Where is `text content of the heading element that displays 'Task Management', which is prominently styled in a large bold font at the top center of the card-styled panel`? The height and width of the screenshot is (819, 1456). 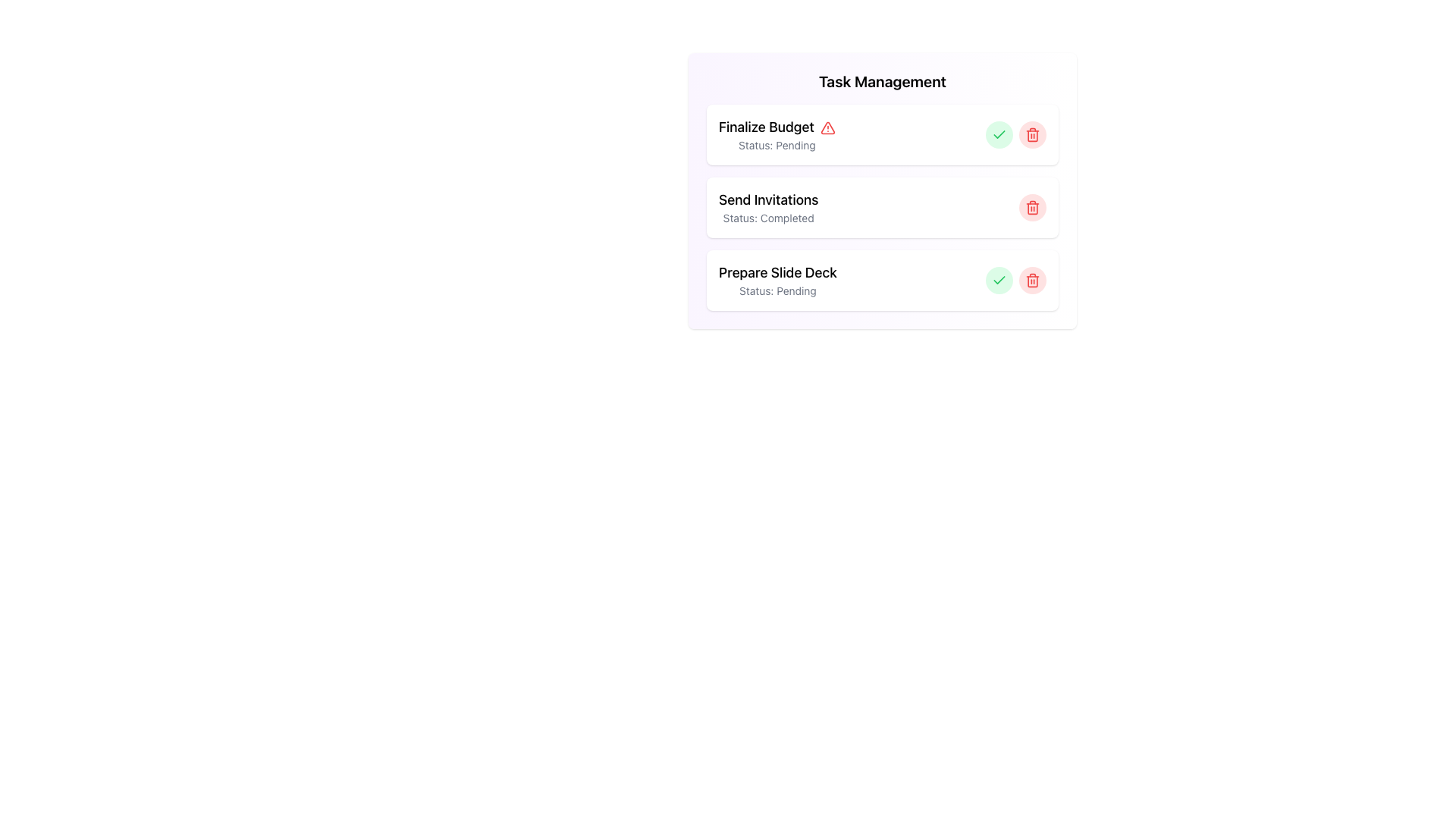 text content of the heading element that displays 'Task Management', which is prominently styled in a large bold font at the top center of the card-styled panel is located at coordinates (882, 82).